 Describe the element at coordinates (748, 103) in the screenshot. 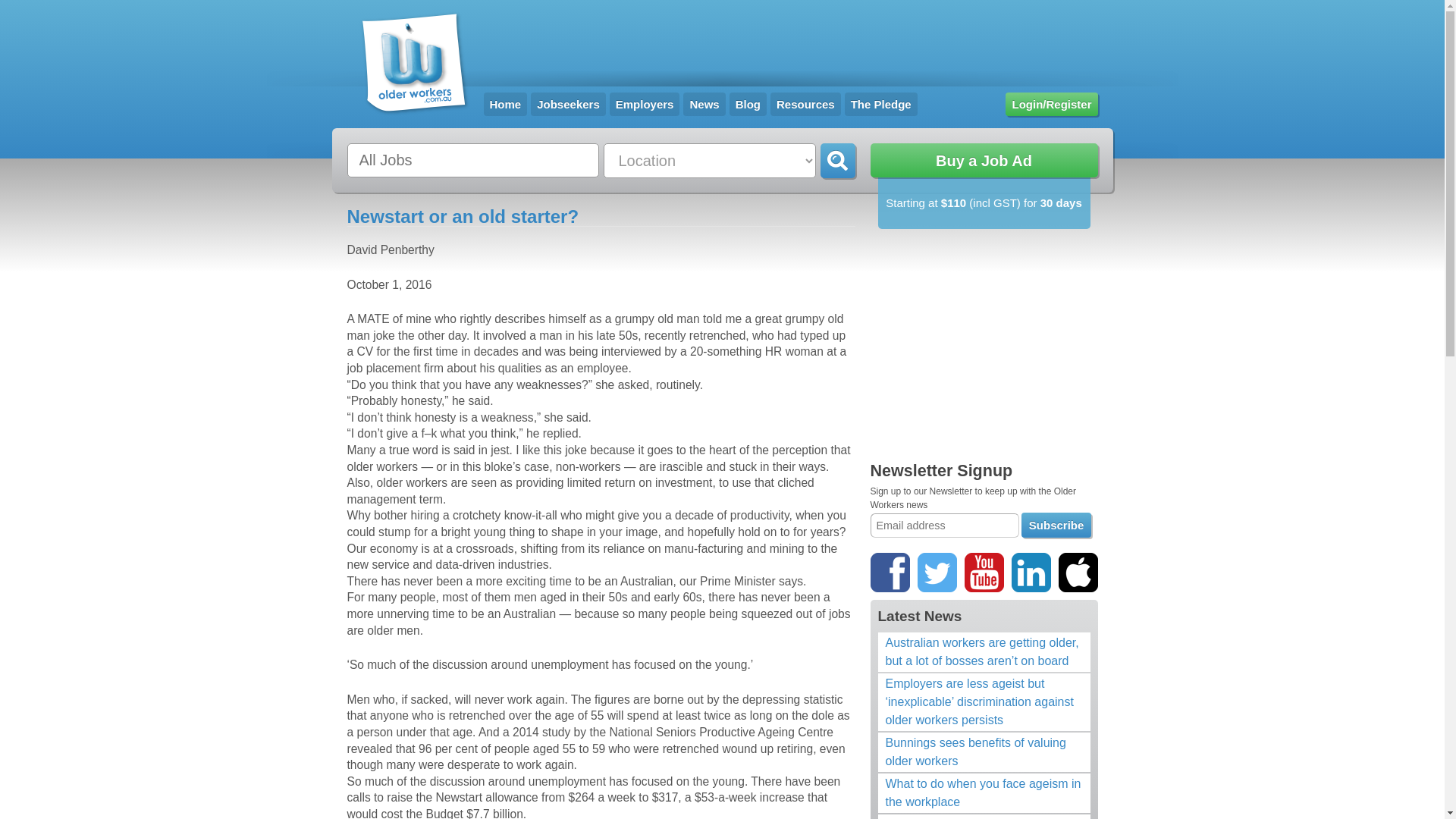

I see `'Blog'` at that location.